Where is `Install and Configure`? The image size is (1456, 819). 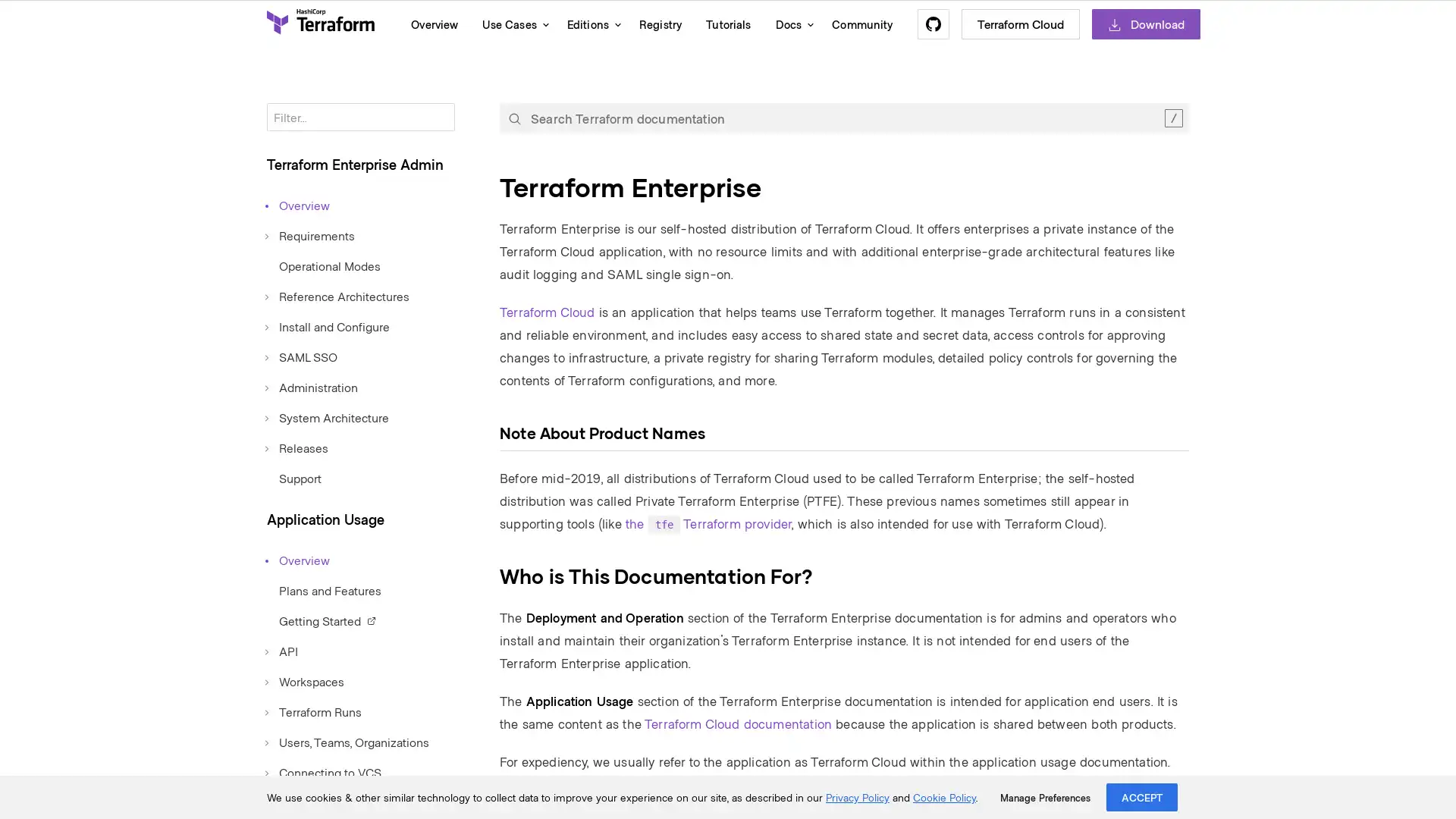
Install and Configure is located at coordinates (327, 325).